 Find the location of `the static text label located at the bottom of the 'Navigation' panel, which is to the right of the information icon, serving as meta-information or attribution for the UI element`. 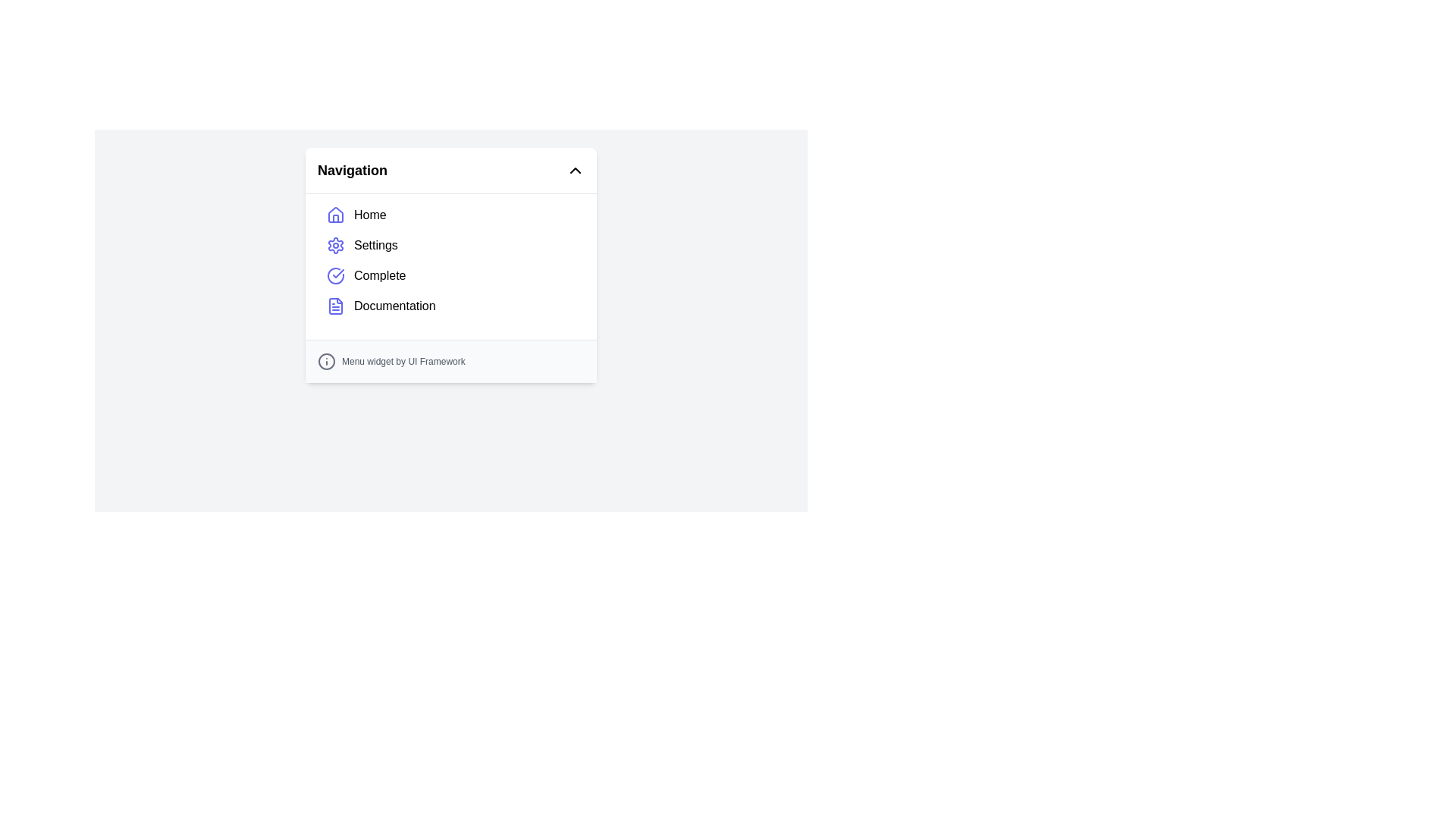

the static text label located at the bottom of the 'Navigation' panel, which is to the right of the information icon, serving as meta-information or attribution for the UI element is located at coordinates (403, 362).